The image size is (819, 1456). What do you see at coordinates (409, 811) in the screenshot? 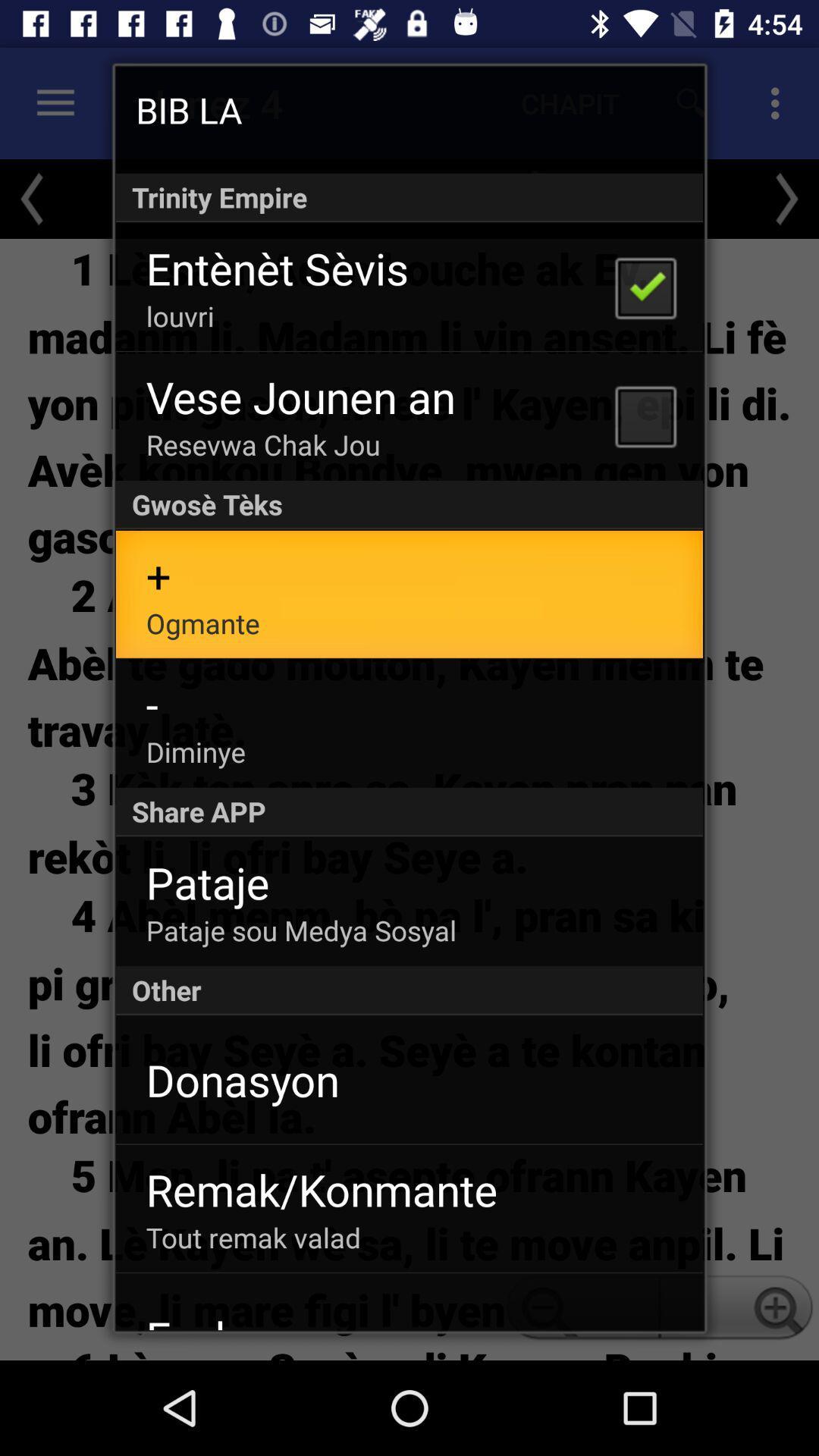
I see `share app app` at bounding box center [409, 811].